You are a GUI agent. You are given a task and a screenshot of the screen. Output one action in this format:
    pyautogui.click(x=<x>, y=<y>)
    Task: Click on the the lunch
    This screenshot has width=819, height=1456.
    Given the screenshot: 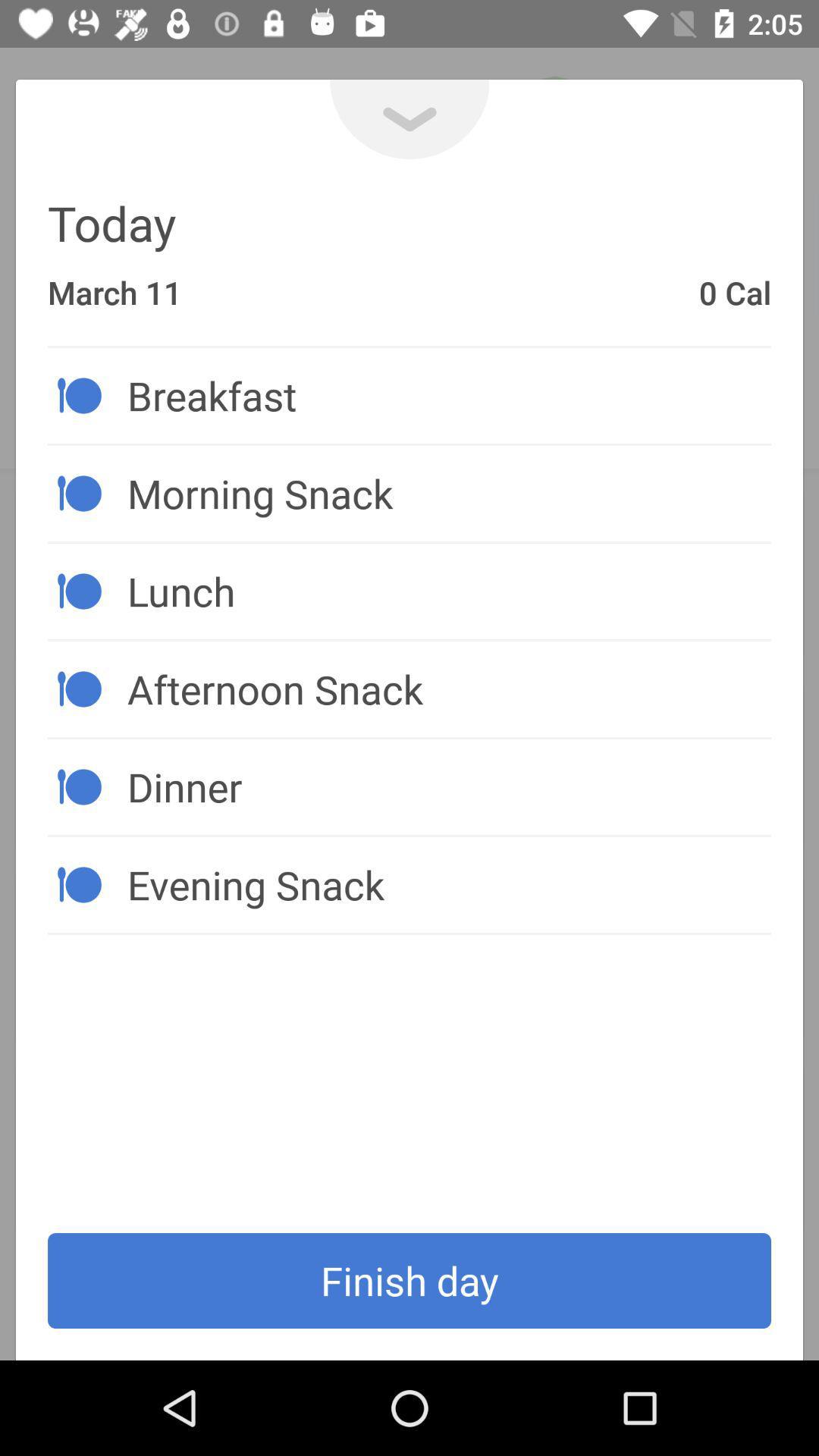 What is the action you would take?
    pyautogui.click(x=448, y=590)
    